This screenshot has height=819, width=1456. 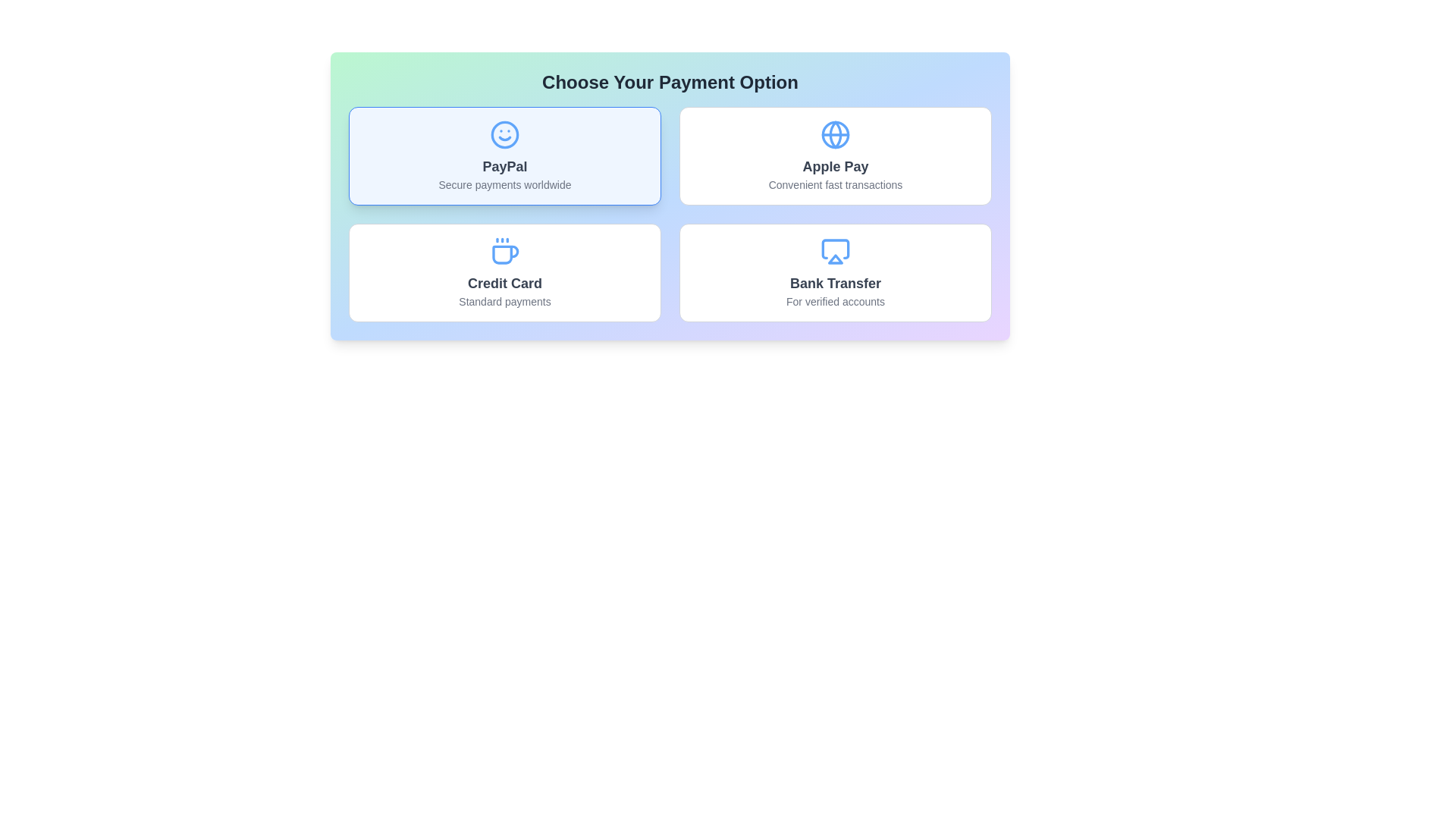 I want to click on the text label that displays 'Apple Pay', which is styled in bold, medium-large gray font and located in the second card from the left in the top row of a grid layout, so click(x=835, y=166).